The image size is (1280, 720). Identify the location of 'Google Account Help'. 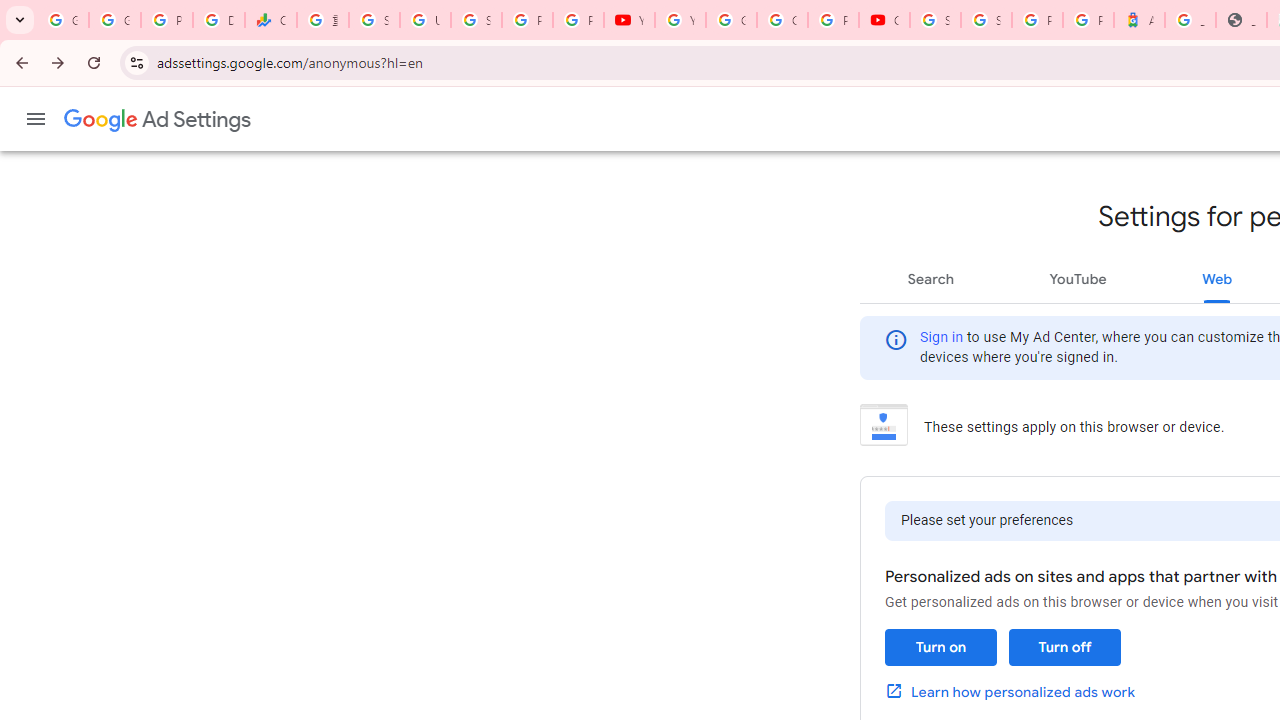
(730, 20).